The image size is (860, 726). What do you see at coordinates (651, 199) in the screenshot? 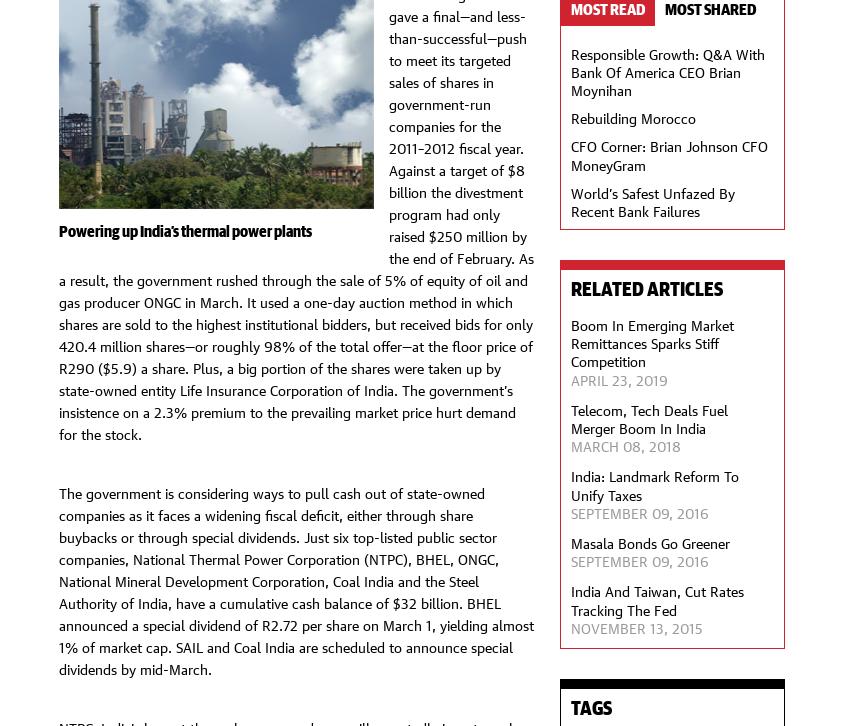
I see `'World’s Safest Unfazed By Recent Bank Failures'` at bounding box center [651, 199].